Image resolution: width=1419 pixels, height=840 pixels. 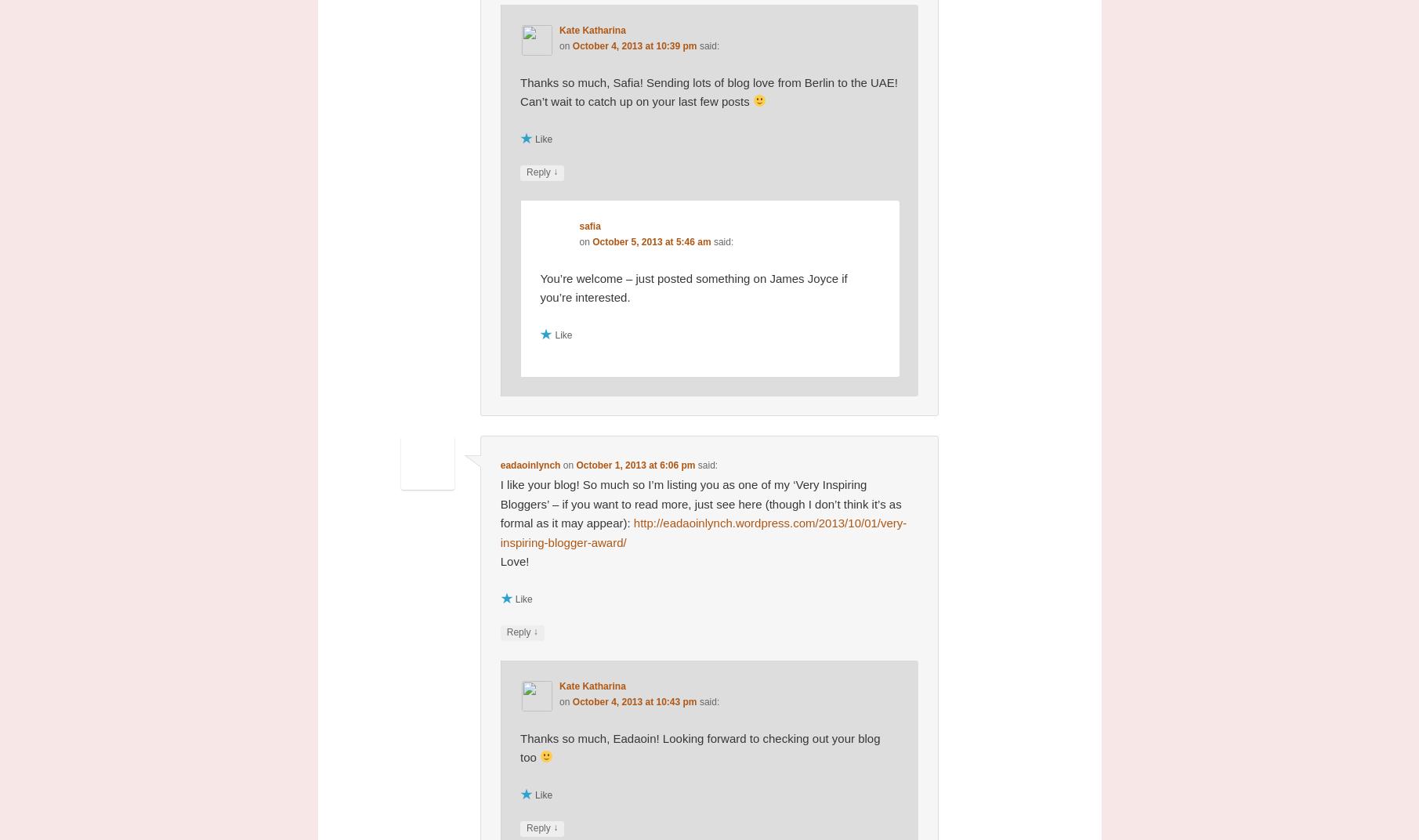 What do you see at coordinates (708, 91) in the screenshot?
I see `'Thanks so much, Safia! Sending lots of blog love from Berlin to the UAE! Can’t wait to catch up on your last few posts'` at bounding box center [708, 91].